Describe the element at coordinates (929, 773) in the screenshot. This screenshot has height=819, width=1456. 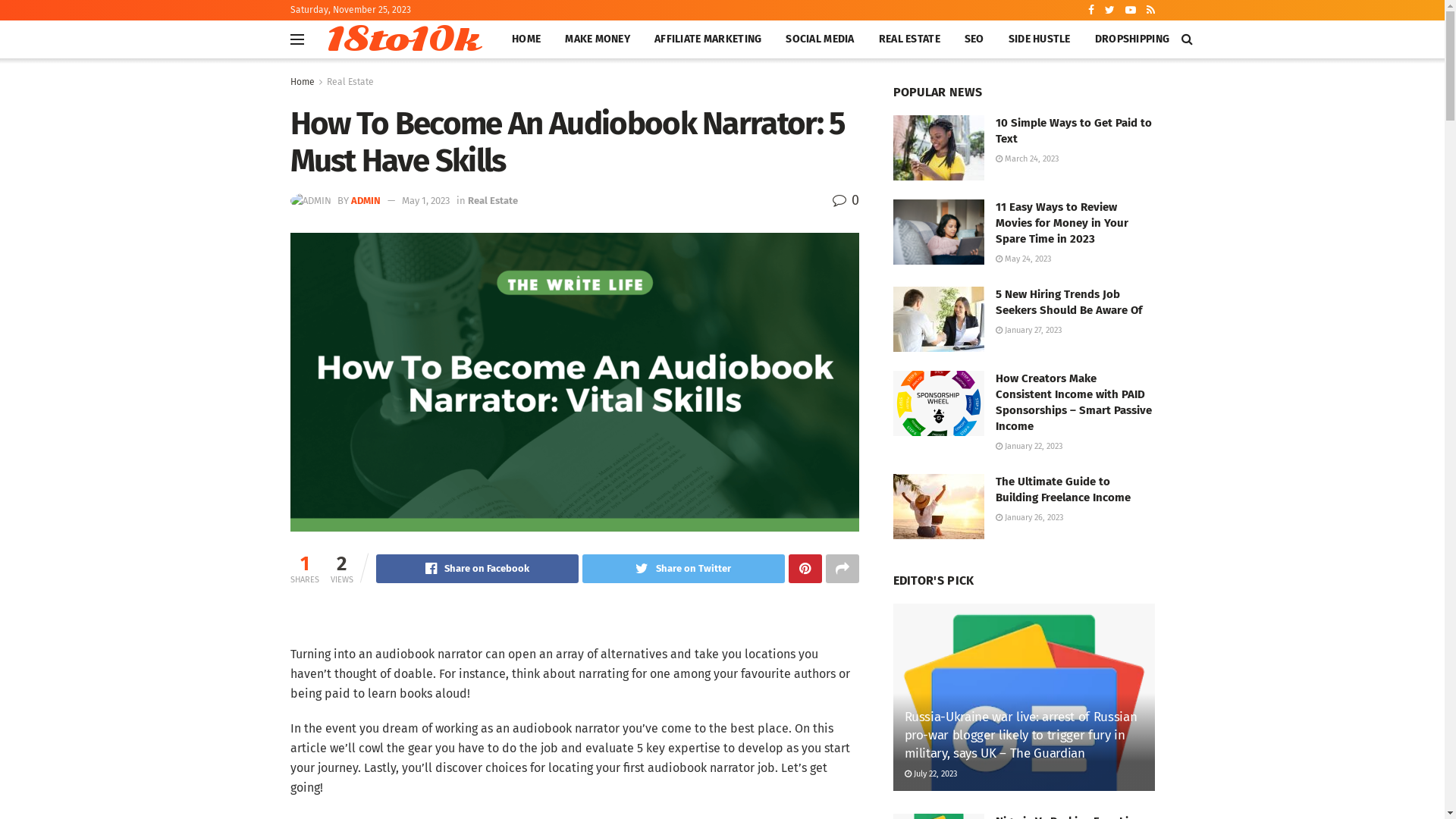
I see `'July 22, 2023'` at that location.